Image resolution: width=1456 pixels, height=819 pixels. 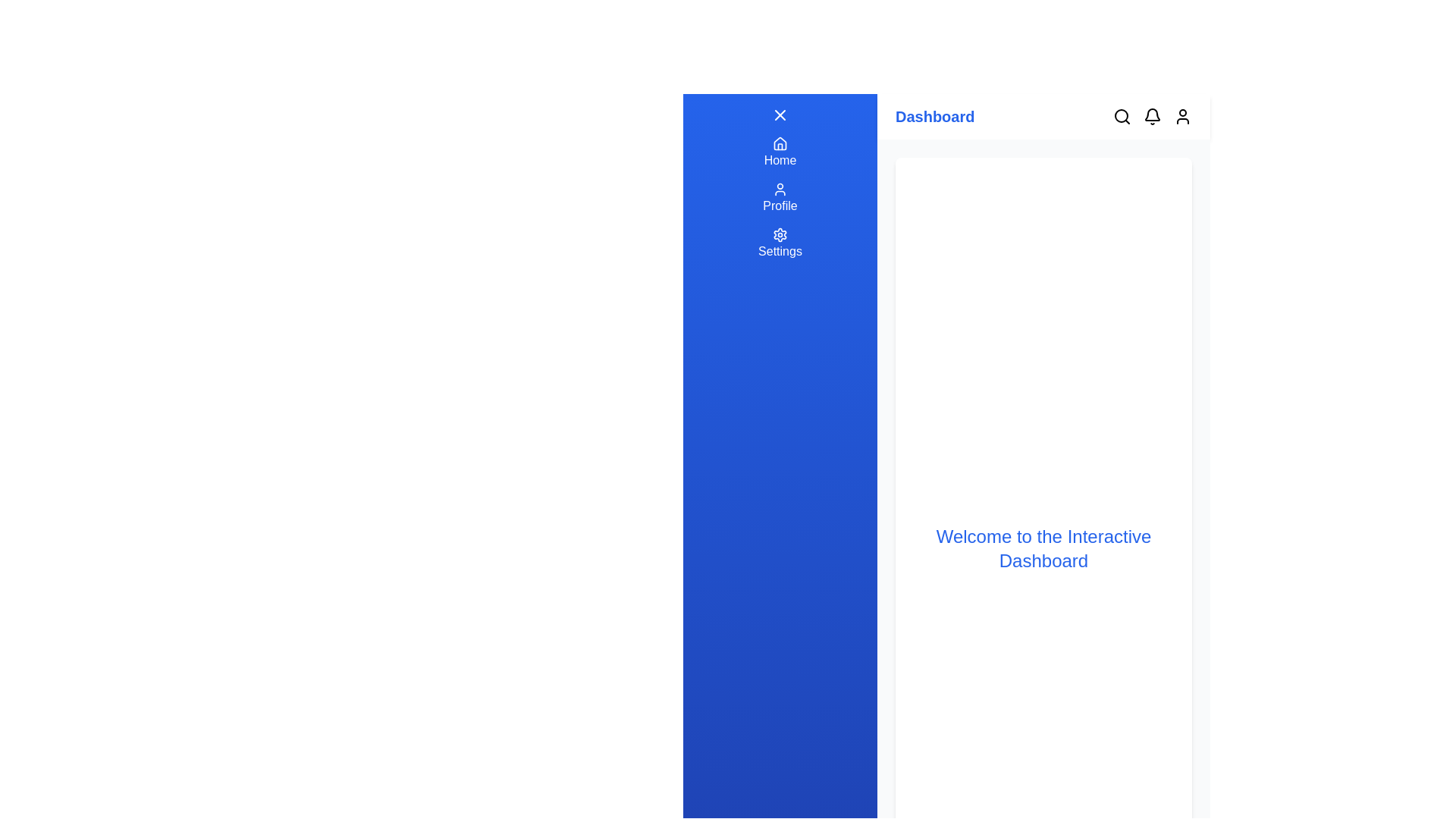 I want to click on the 'Home' navigation item, which has a blue background and white text/icon, located as the first button in the vertical menu on the left side of the interface, so click(x=780, y=152).